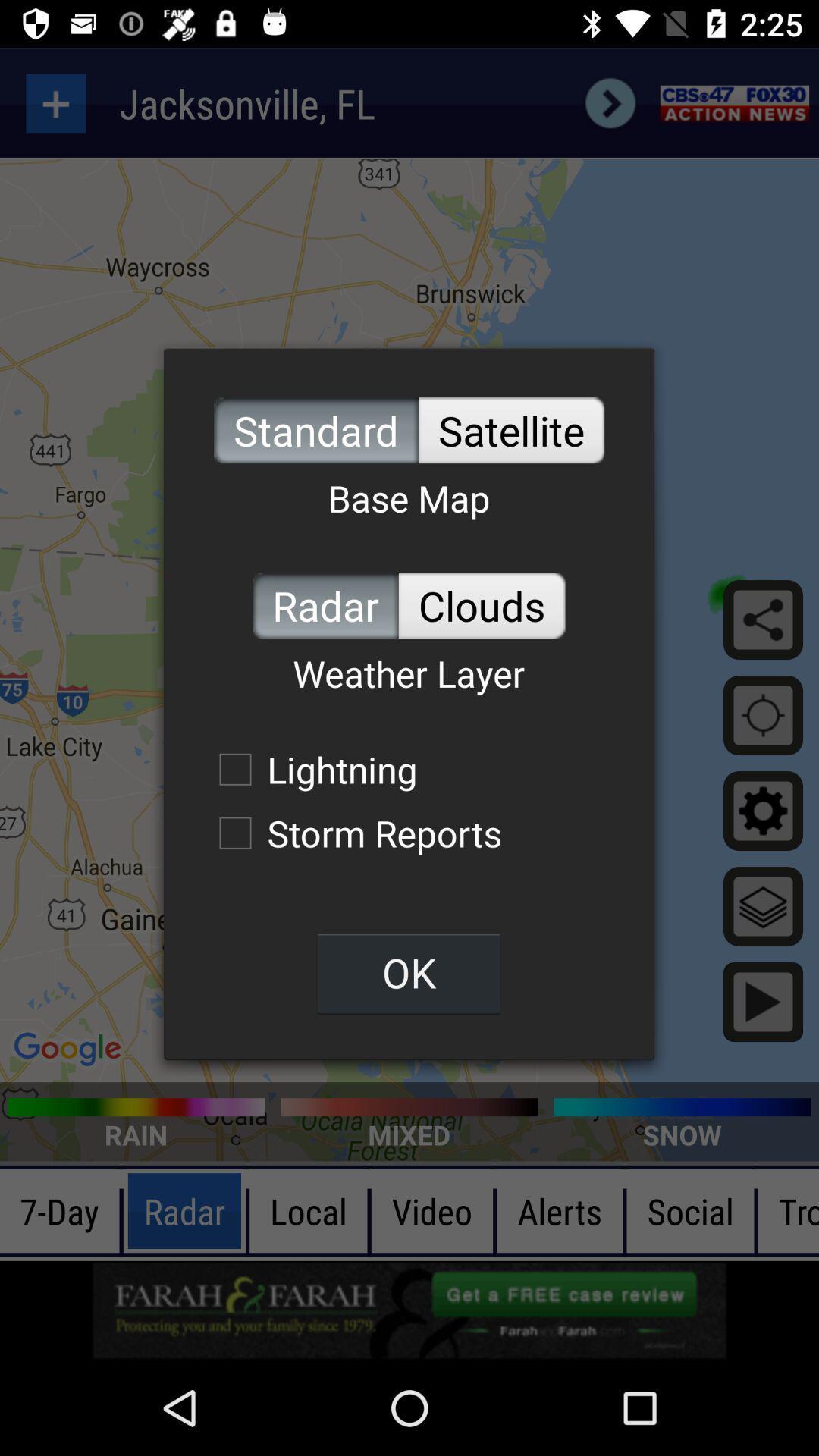 The image size is (819, 1456). Describe the element at coordinates (353, 832) in the screenshot. I see `the icon below the lightning` at that location.